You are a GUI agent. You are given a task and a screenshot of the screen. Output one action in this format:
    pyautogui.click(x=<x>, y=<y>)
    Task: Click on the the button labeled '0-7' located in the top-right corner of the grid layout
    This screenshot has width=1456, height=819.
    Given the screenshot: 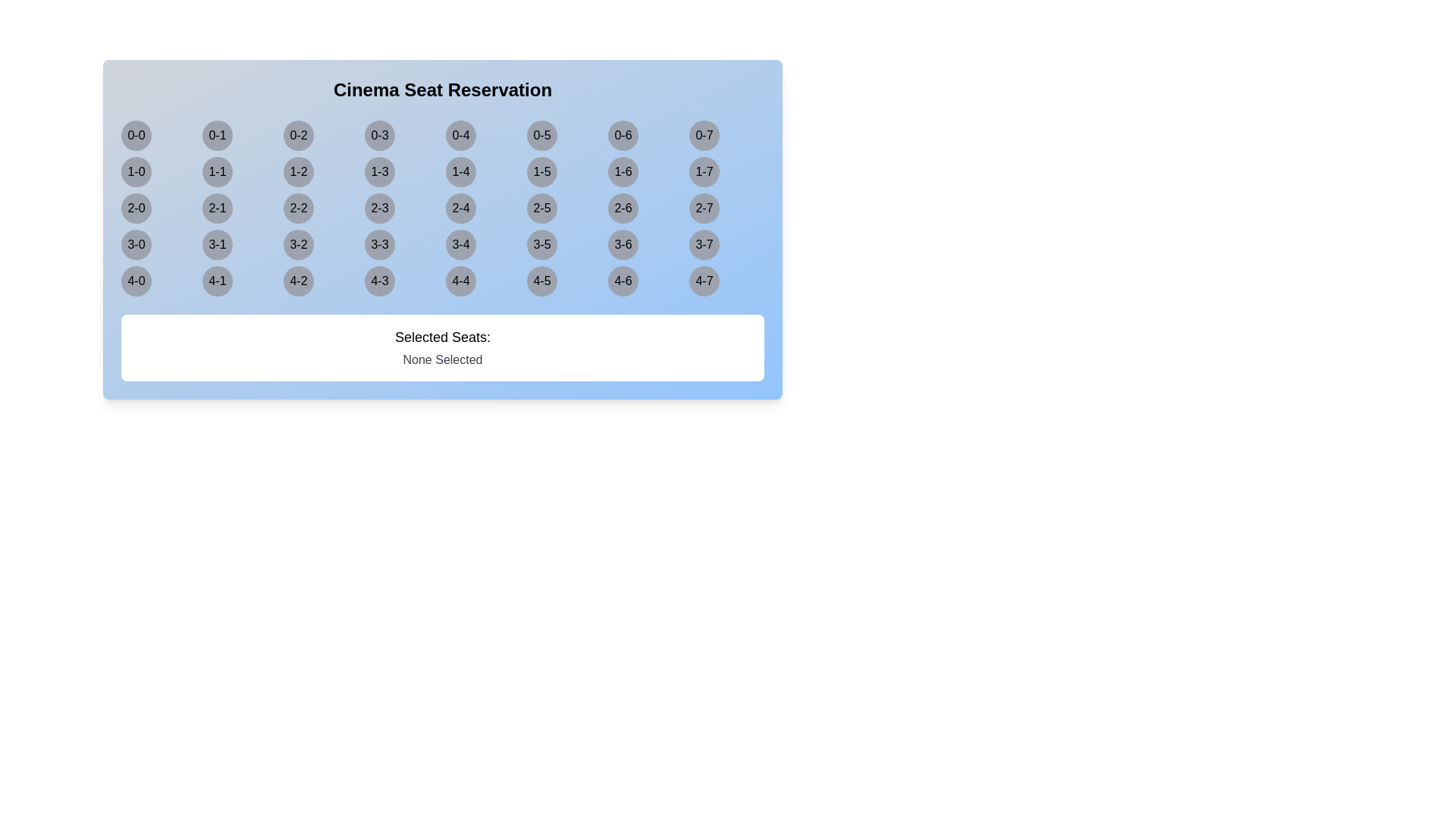 What is the action you would take?
    pyautogui.click(x=704, y=134)
    